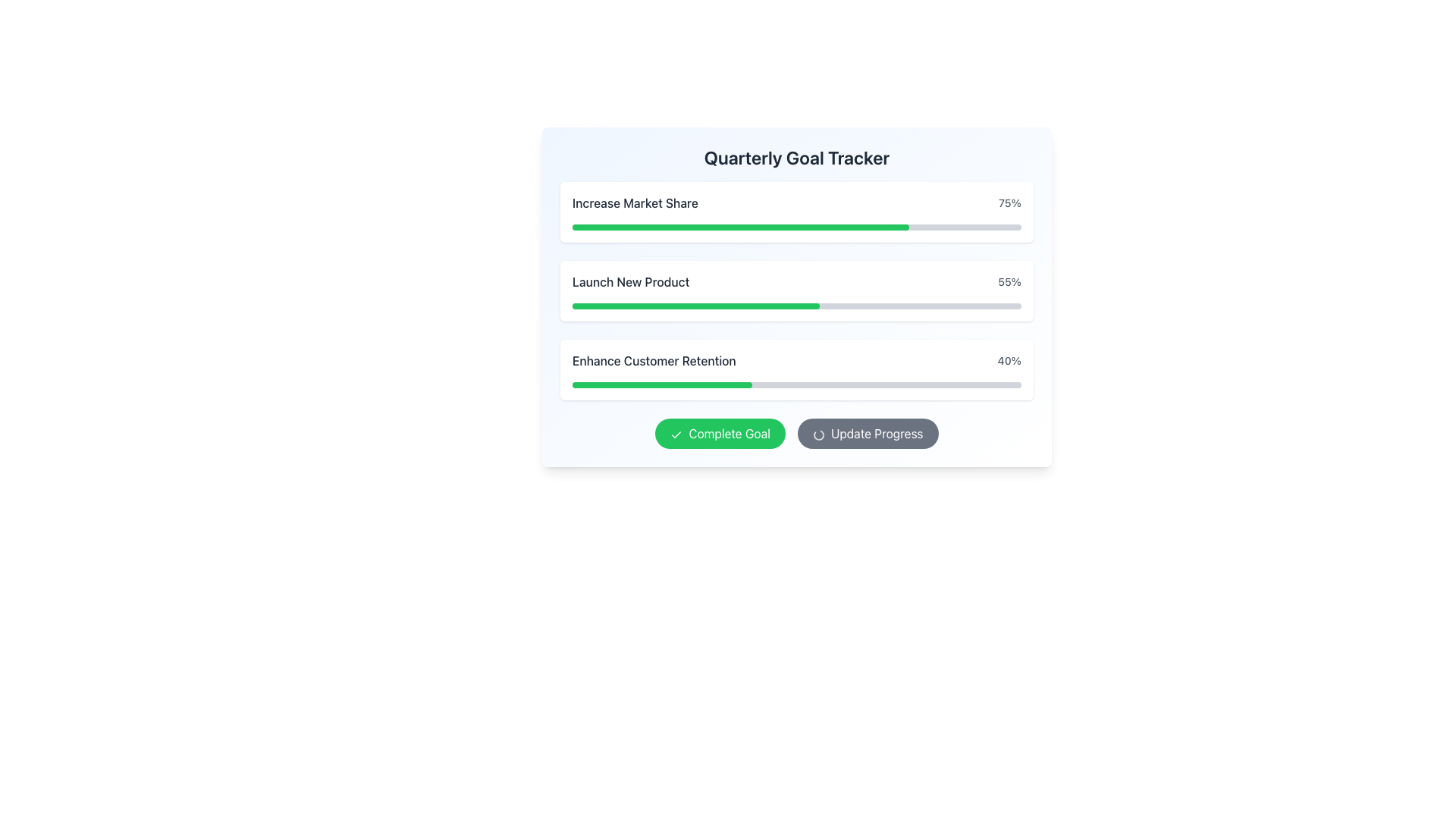 This screenshot has width=1456, height=819. What do you see at coordinates (1009, 281) in the screenshot?
I see `the static text label indicating the progress percentage for the 'Launch New Product' task, located to the right of the progress bar within the progress card` at bounding box center [1009, 281].